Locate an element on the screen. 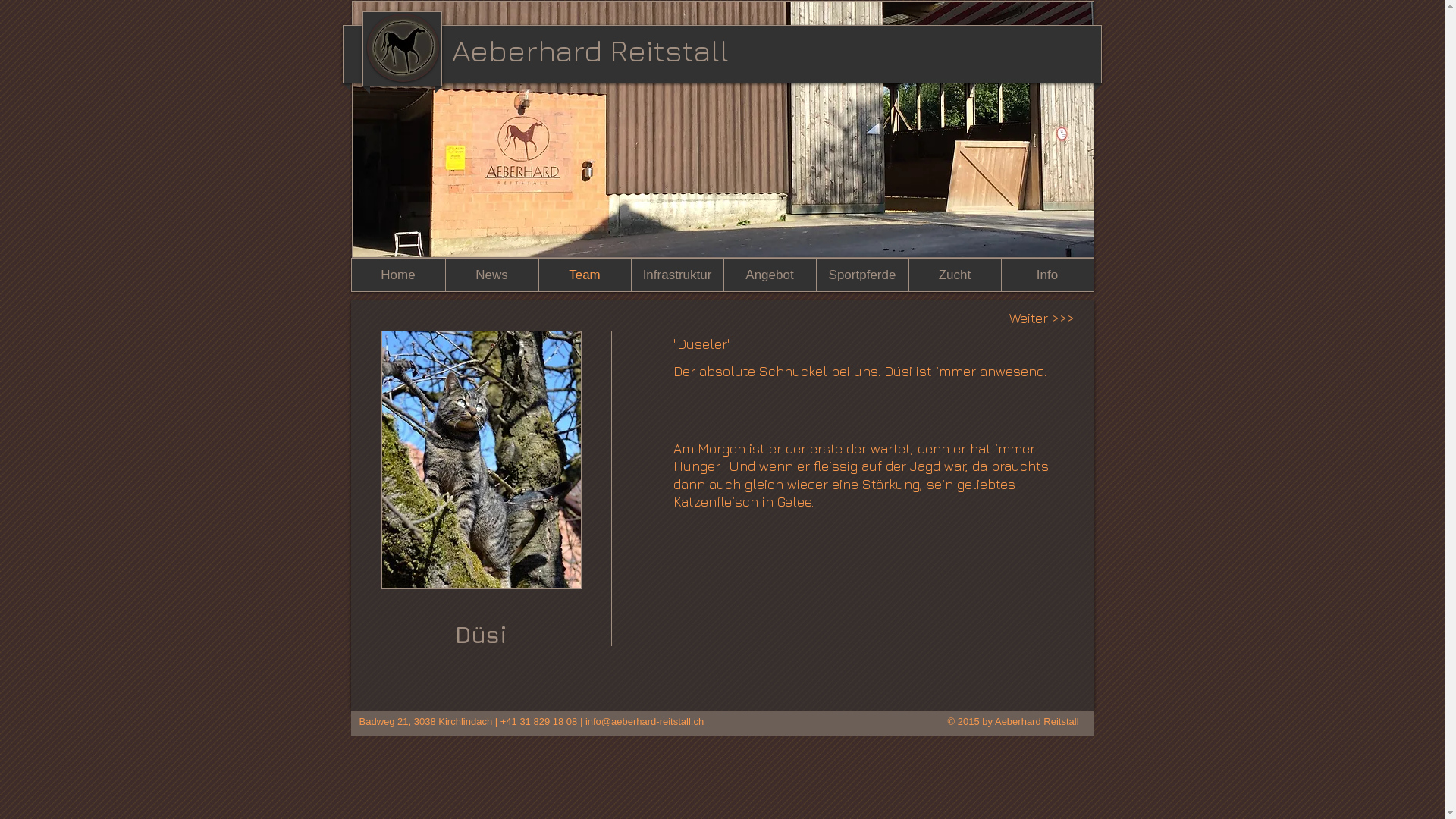  'Info' is located at coordinates (1046, 275).